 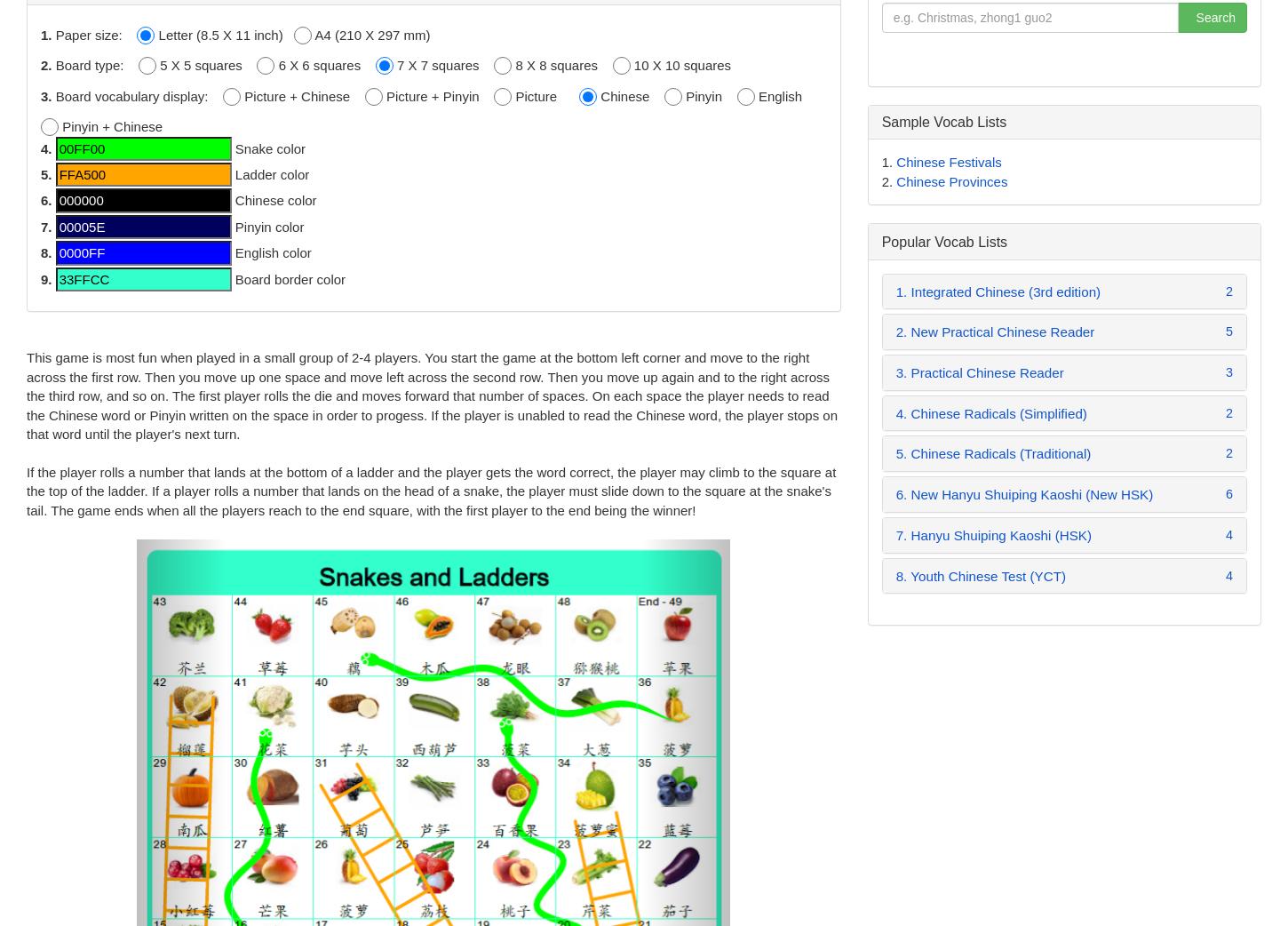 What do you see at coordinates (154, 33) in the screenshot?
I see `'Letter (8.5 X 11 inch)'` at bounding box center [154, 33].